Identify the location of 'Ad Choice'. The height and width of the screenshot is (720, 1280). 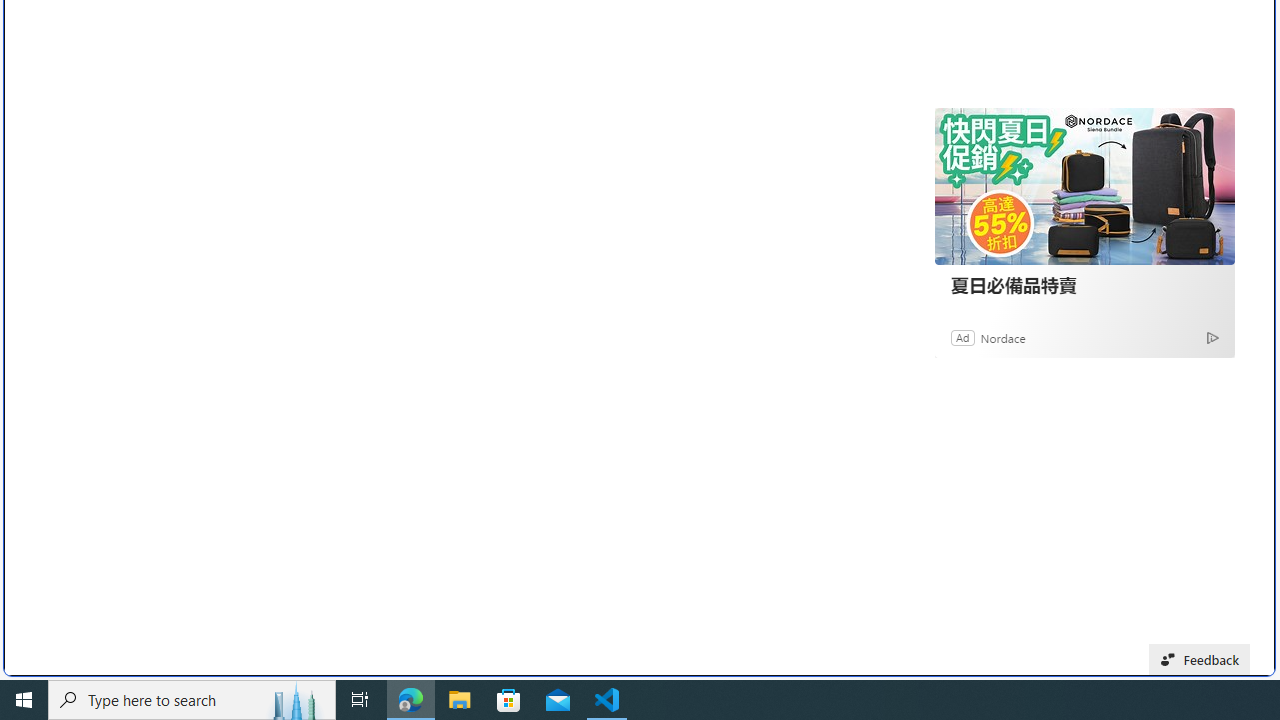
(1211, 336).